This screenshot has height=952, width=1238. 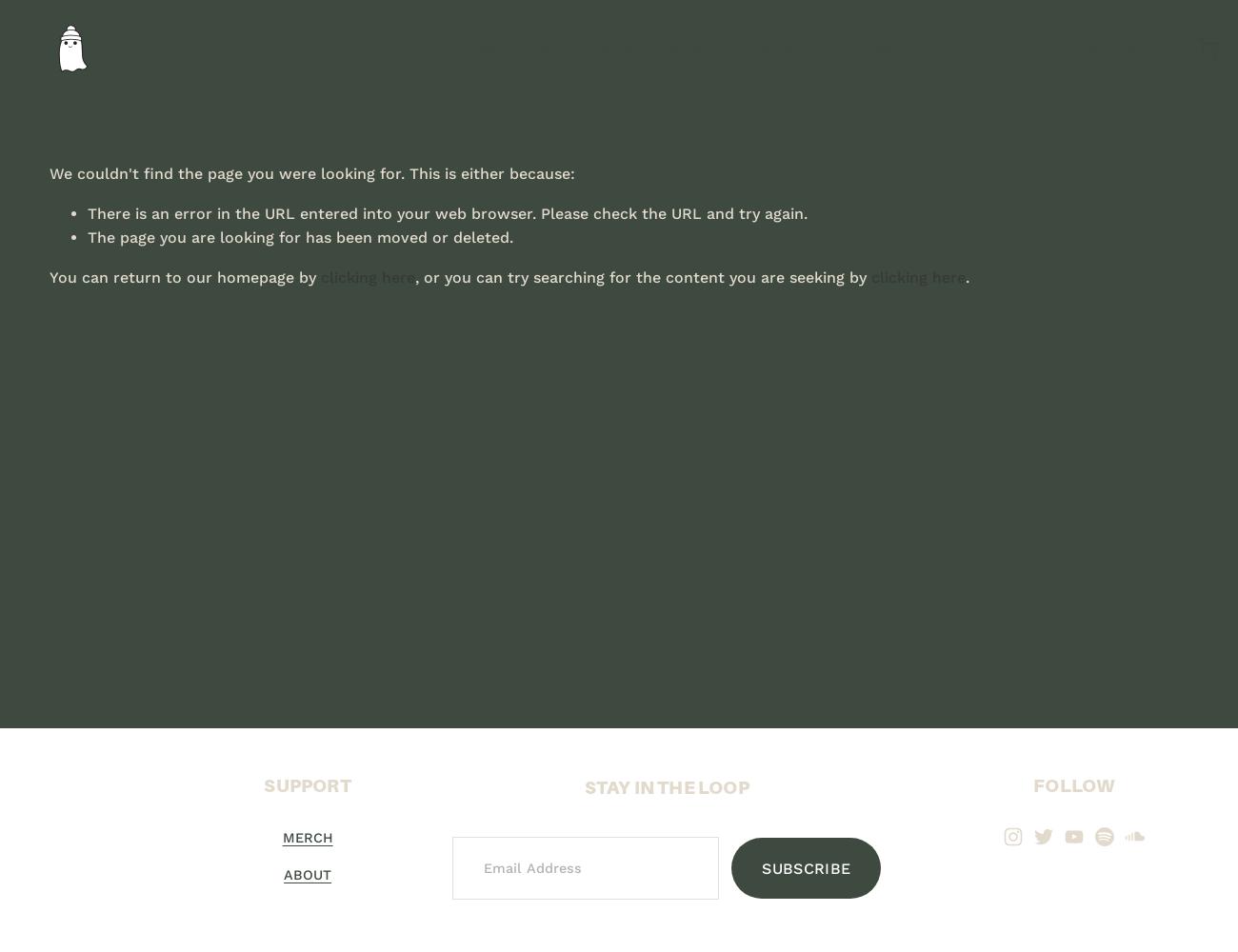 I want to click on 'You can return to our homepage by', so click(x=49, y=276).